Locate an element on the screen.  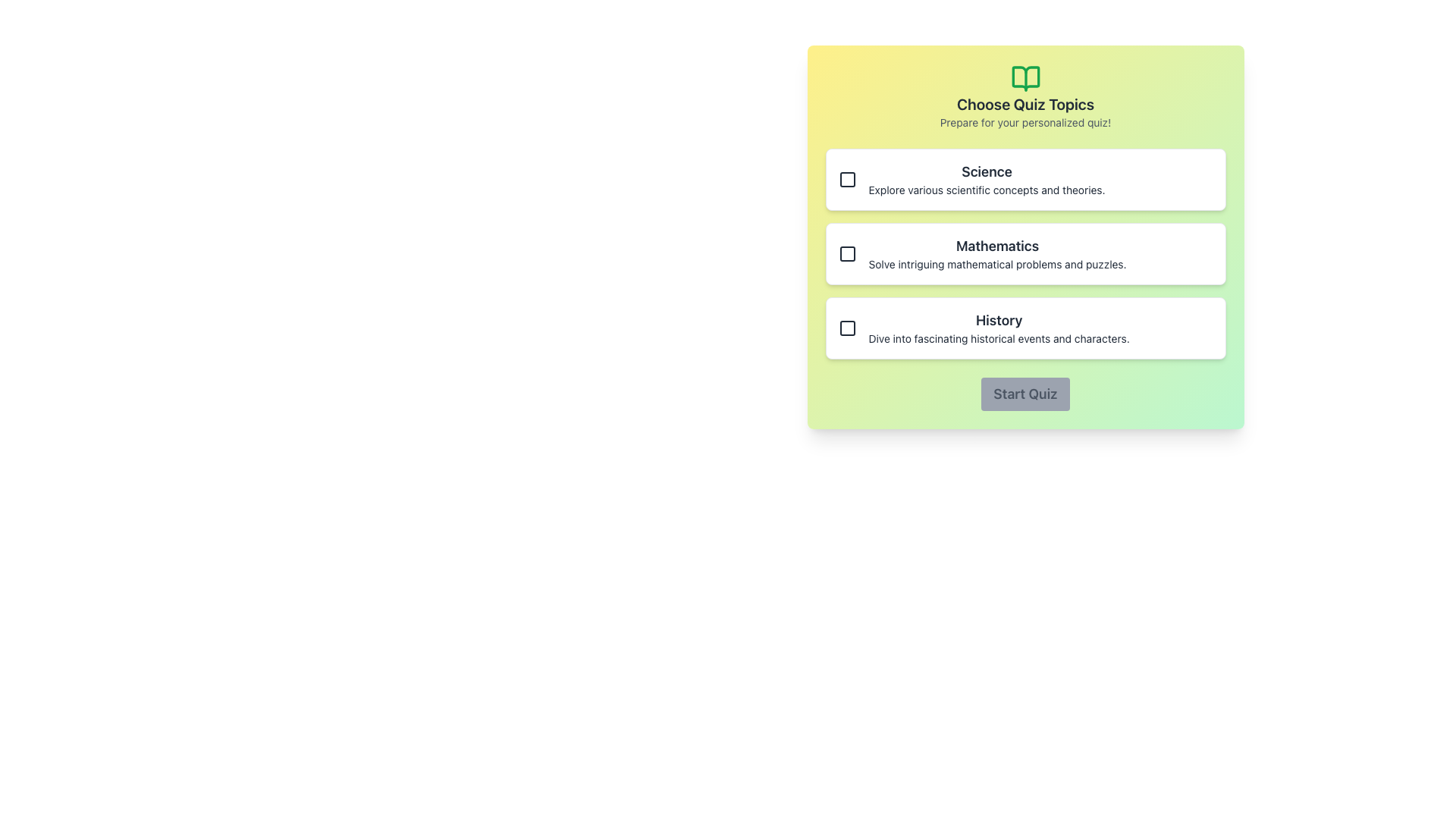
the first checkbox for the 'Science' quiz topic is located at coordinates (846, 178).